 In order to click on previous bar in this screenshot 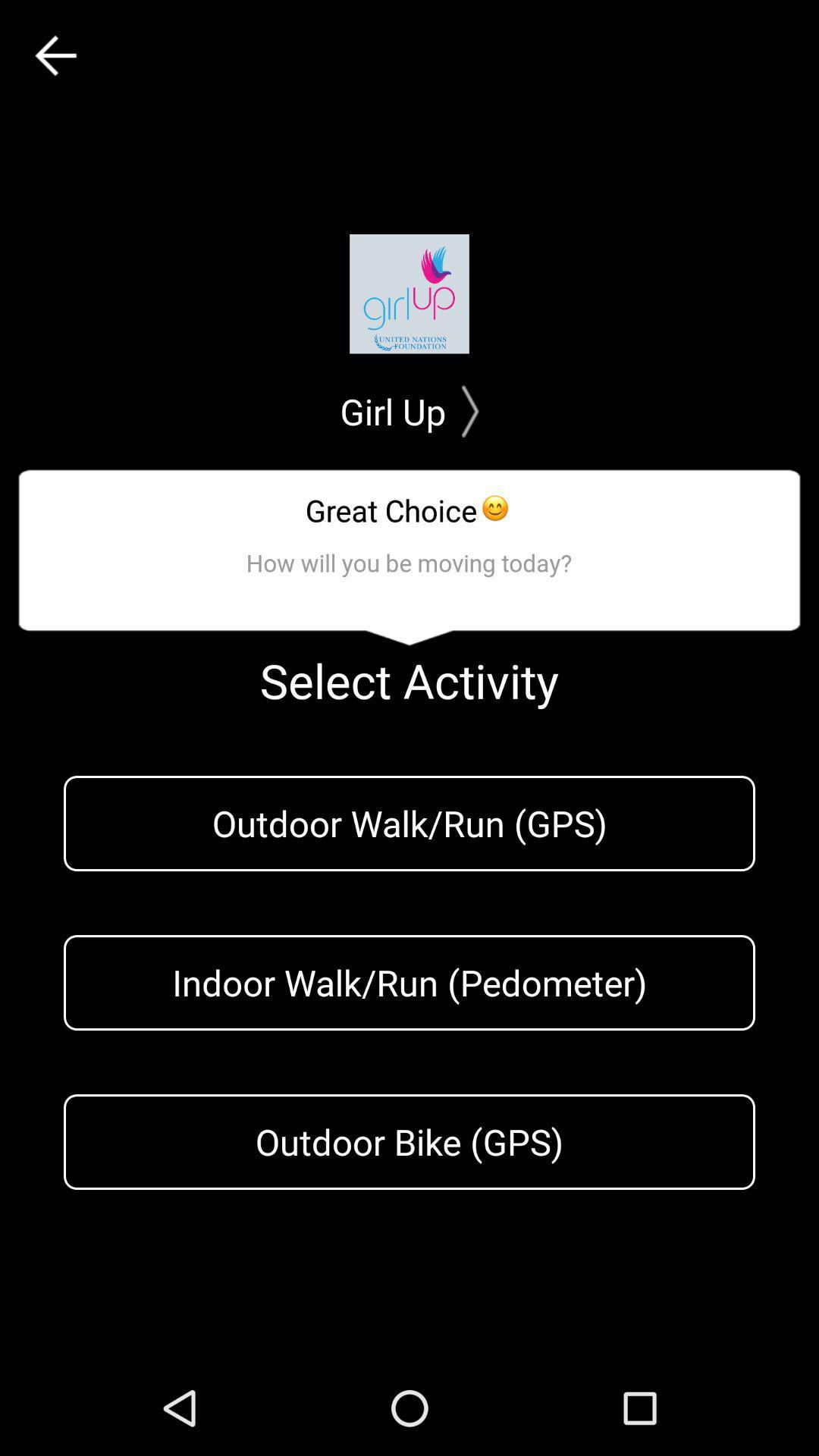, I will do `click(55, 55)`.